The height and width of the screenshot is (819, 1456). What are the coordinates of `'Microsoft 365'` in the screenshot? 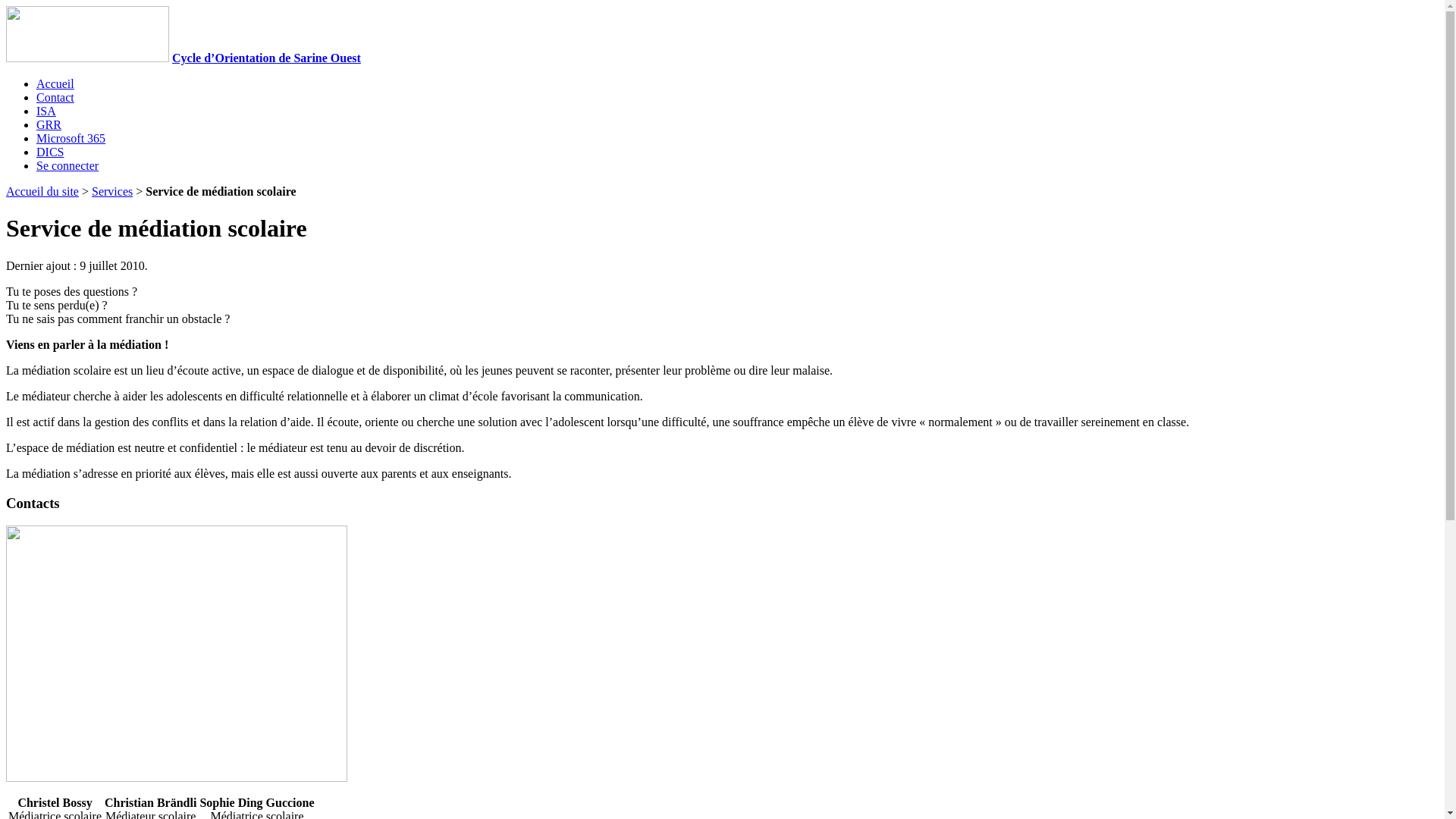 It's located at (70, 138).